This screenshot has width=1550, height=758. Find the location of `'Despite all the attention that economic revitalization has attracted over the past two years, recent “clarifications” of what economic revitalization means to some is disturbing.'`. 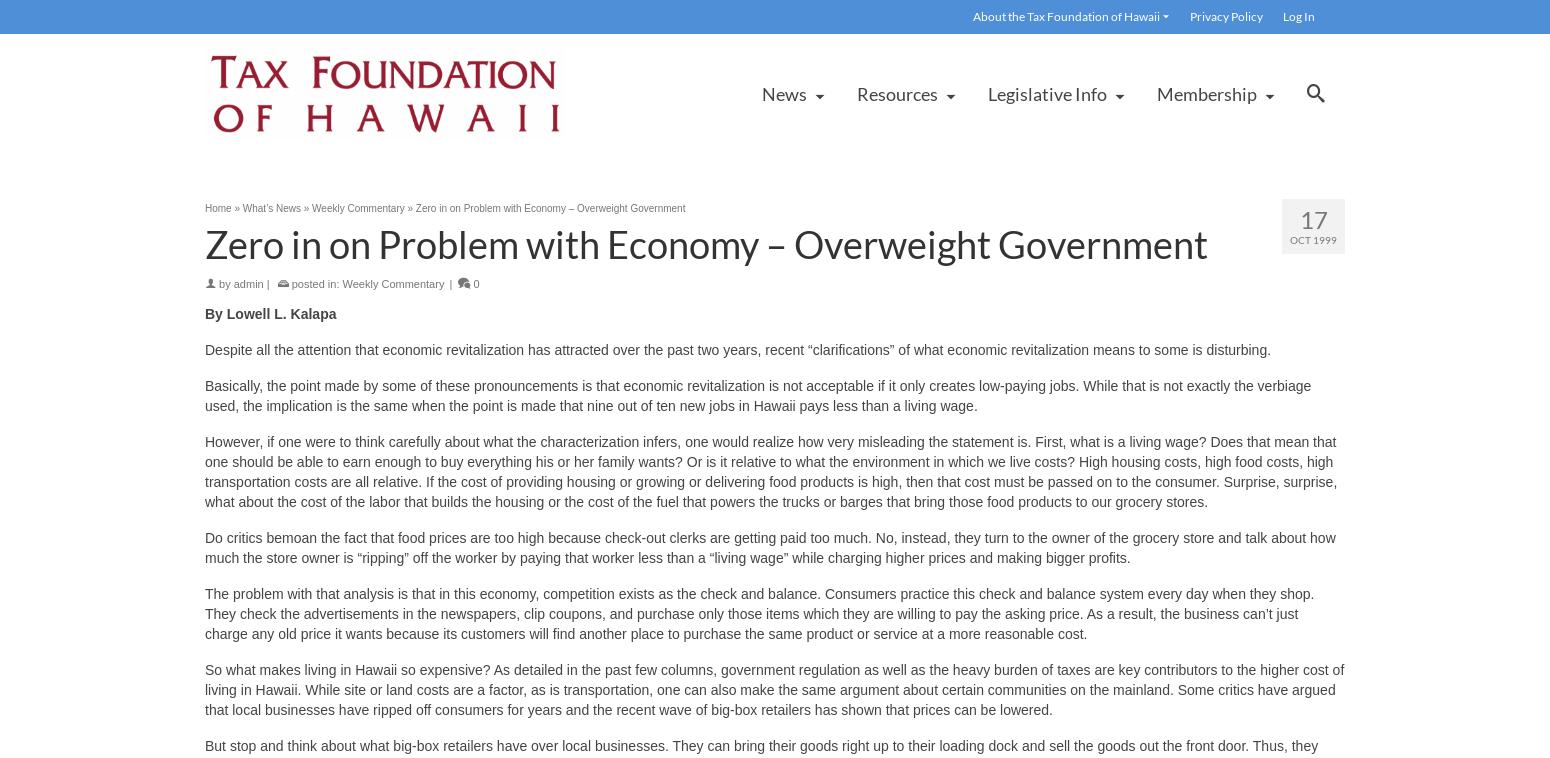

'Despite all the attention that economic revitalization has attracted over the past two years, recent “clarifications” of what economic revitalization means to some is disturbing.' is located at coordinates (737, 349).